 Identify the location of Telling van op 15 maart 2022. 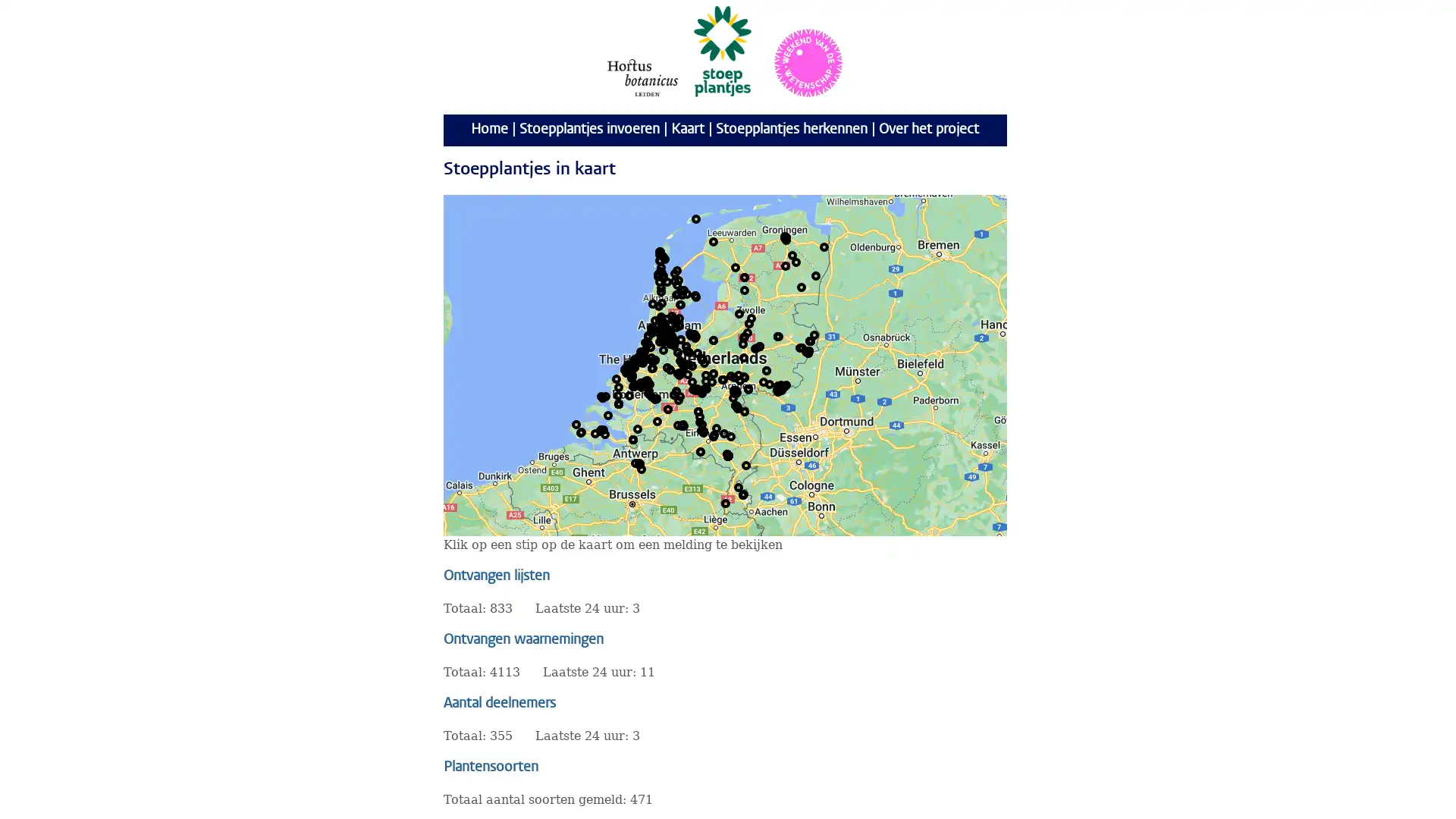
(663, 275).